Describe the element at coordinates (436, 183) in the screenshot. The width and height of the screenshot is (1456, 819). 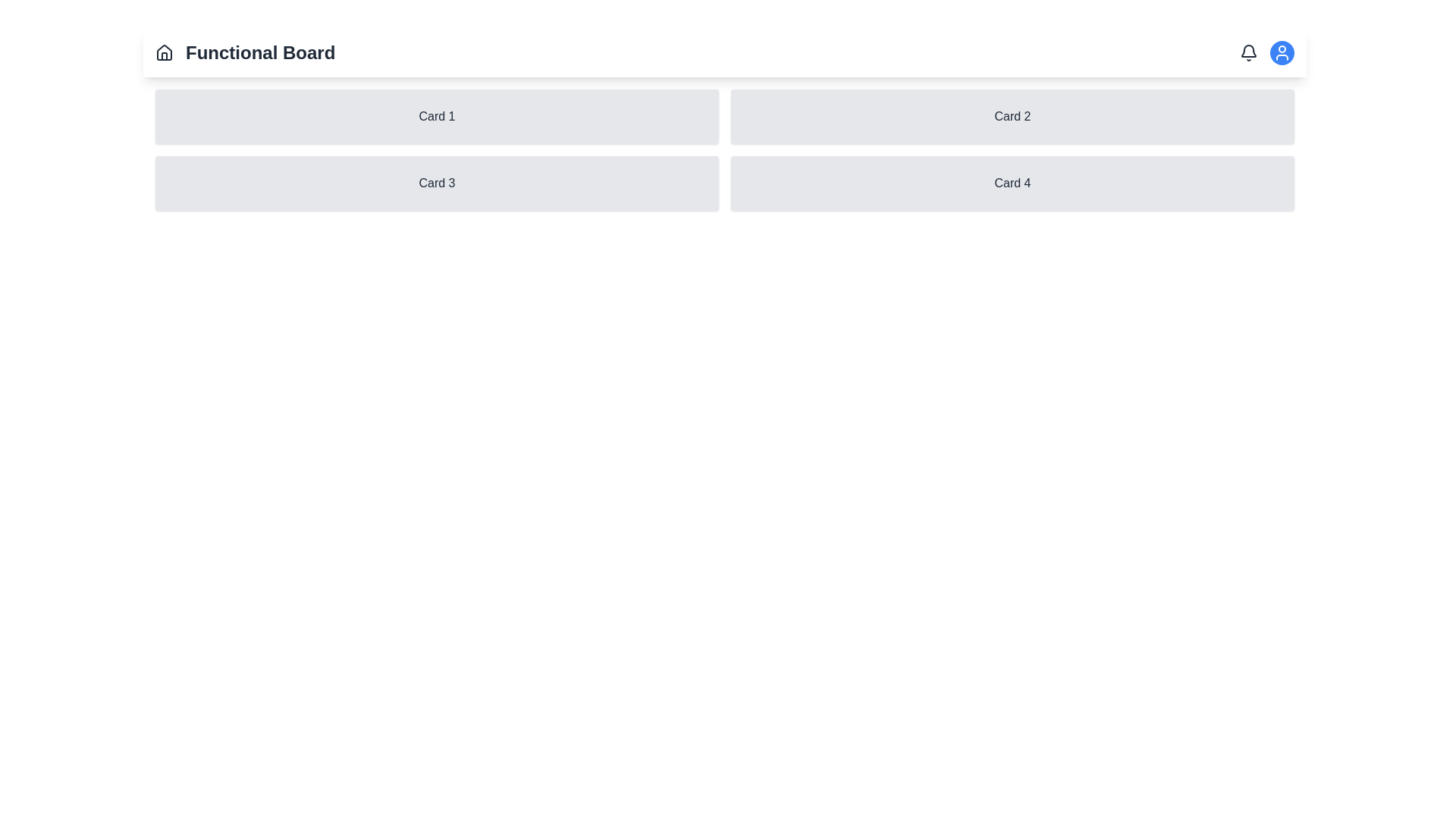
I see `the rectangular card labeled 'Card 3'` at that location.